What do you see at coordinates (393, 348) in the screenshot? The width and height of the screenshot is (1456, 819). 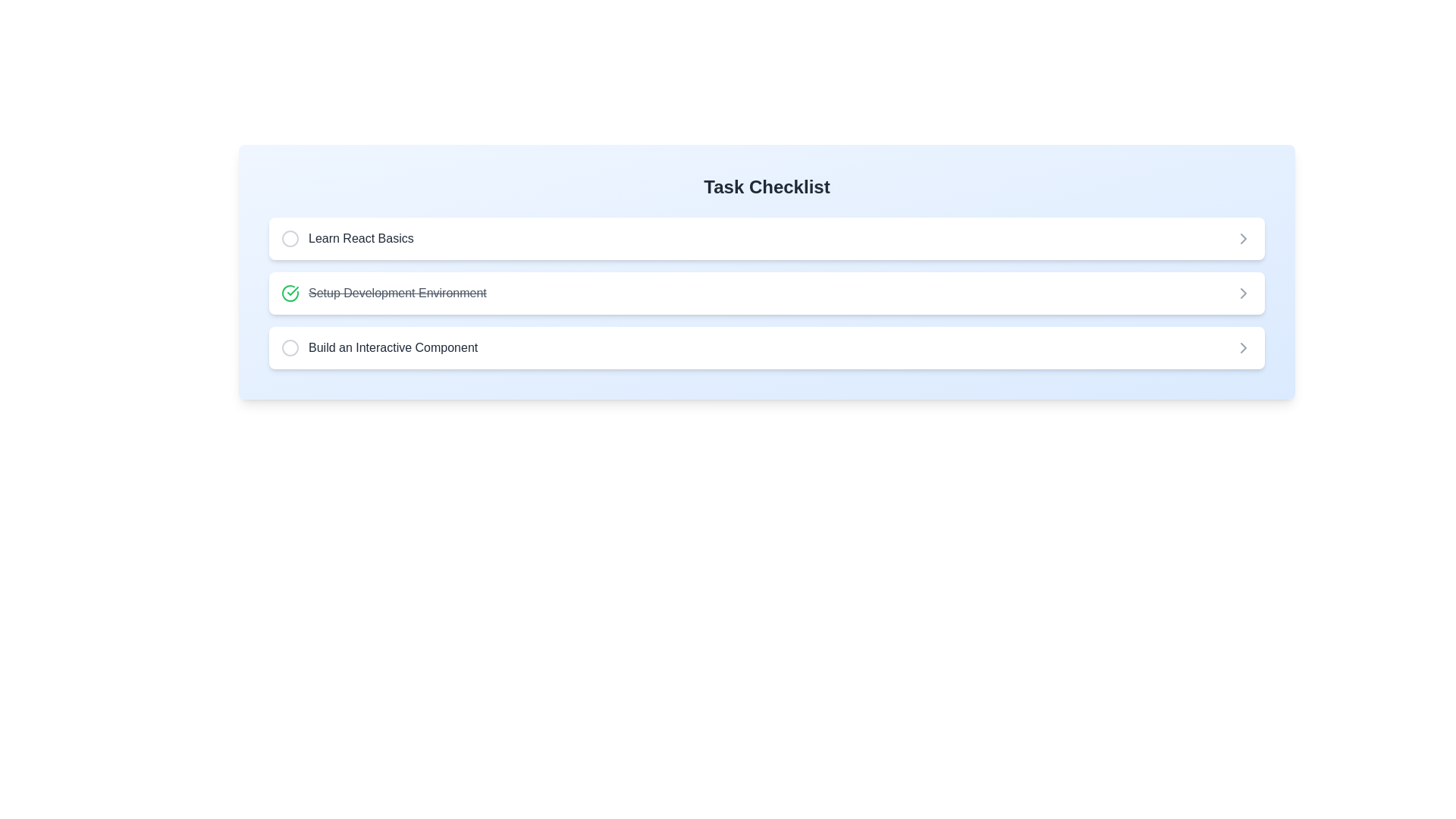 I see `the text label in the third row of the task checklist interface, which provides a descriptor for the related task` at bounding box center [393, 348].